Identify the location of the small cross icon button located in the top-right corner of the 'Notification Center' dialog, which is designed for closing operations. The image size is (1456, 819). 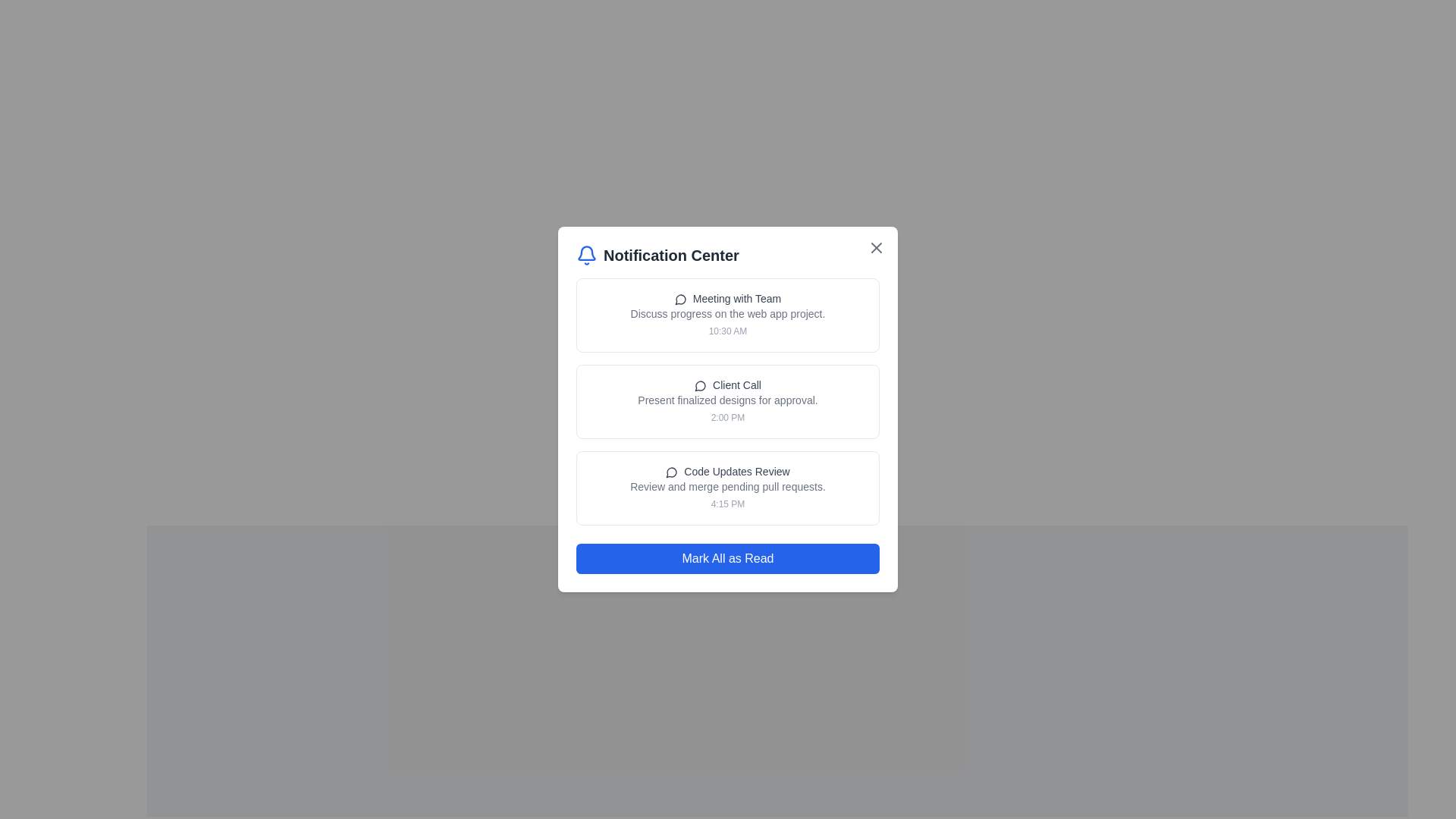
(877, 247).